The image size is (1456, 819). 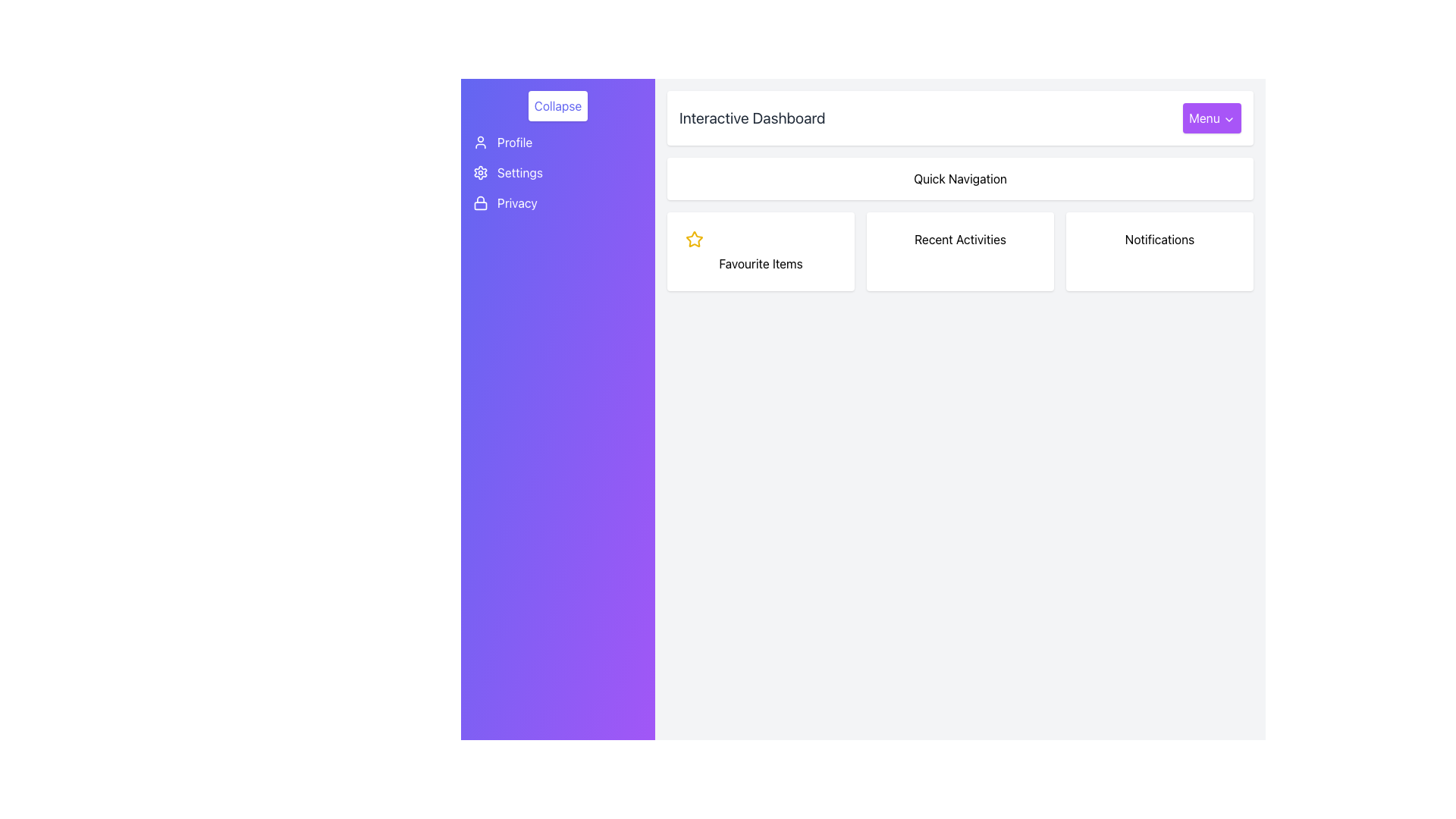 What do you see at coordinates (694, 239) in the screenshot?
I see `the star icon located in the top-left section of the 'Favourite Items' card, which is used for favoriting or highlighting items` at bounding box center [694, 239].